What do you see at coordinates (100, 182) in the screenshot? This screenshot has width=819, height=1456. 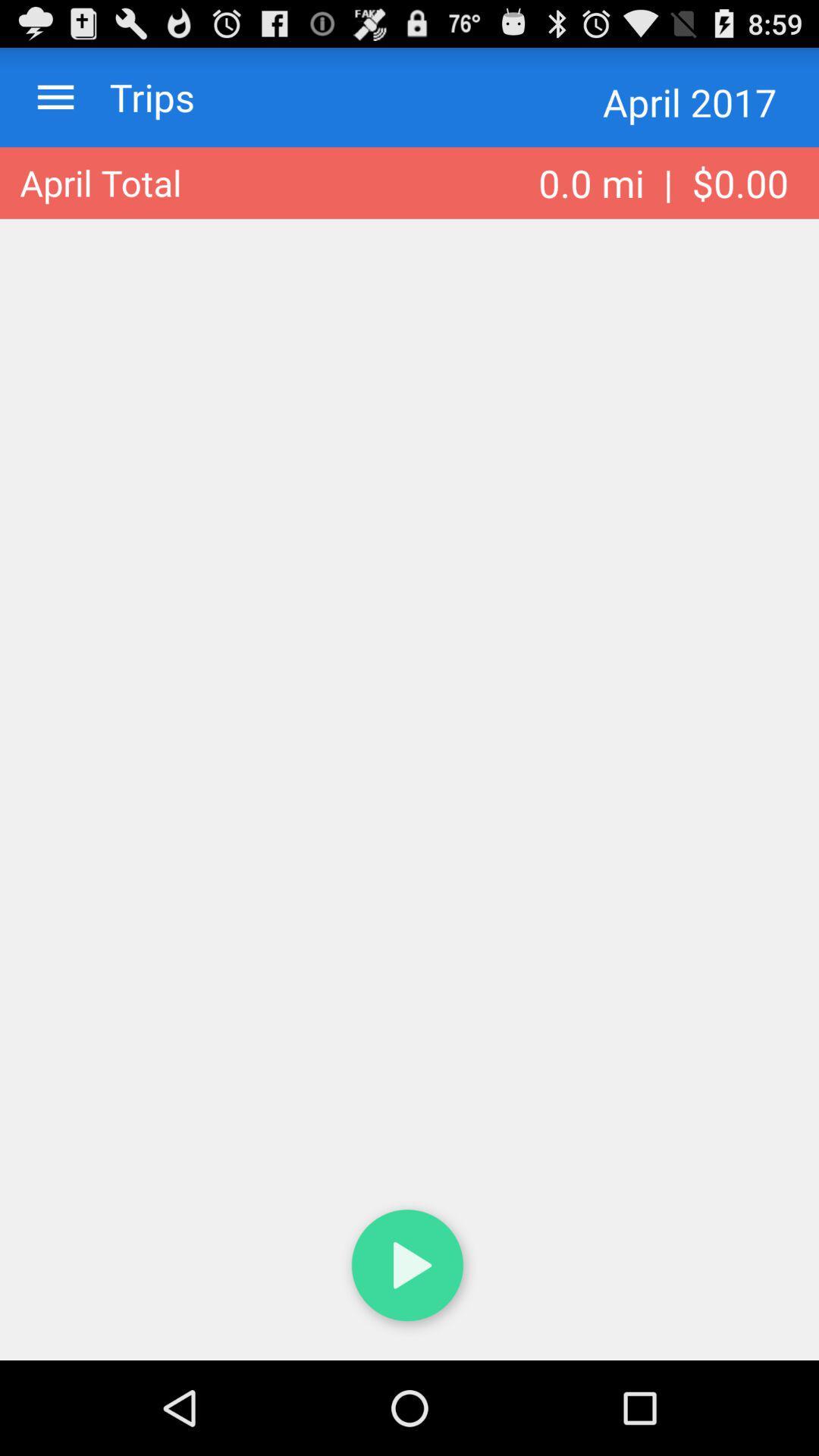 I see `april total app` at bounding box center [100, 182].